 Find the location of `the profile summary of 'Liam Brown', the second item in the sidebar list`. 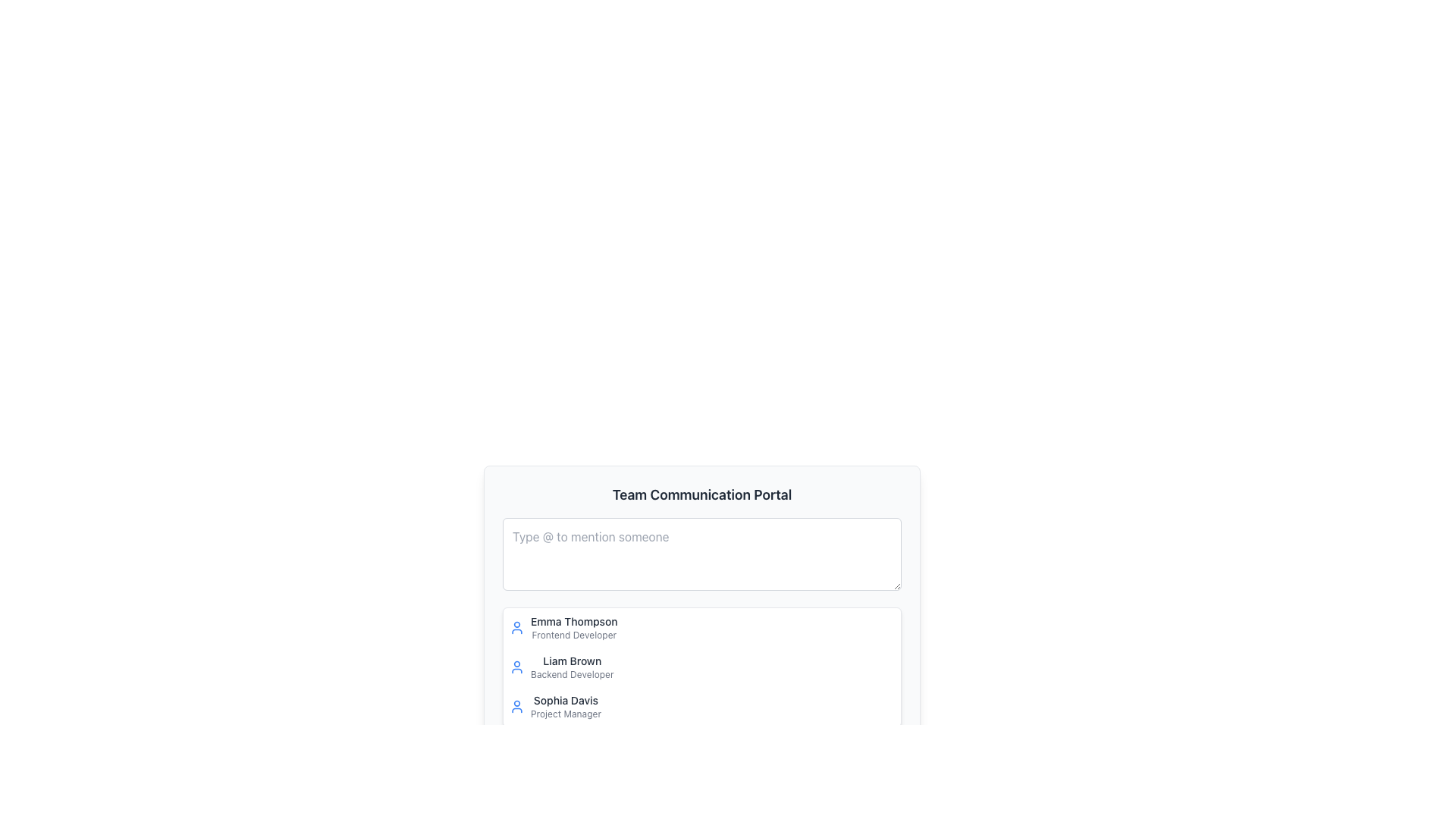

the profile summary of 'Liam Brown', the second item in the sidebar list is located at coordinates (571, 666).